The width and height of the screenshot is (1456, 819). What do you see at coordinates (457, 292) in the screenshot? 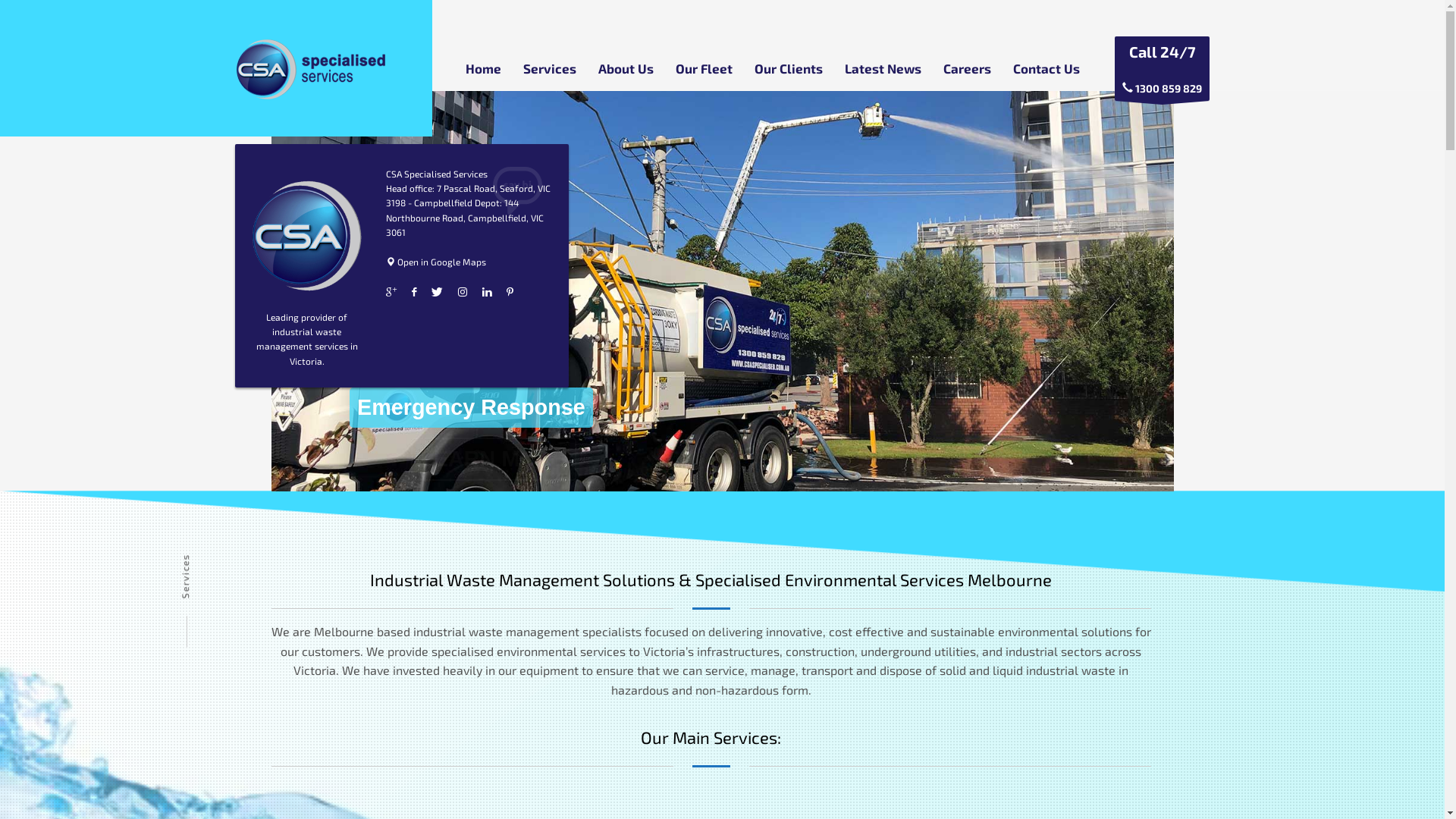
I see `'CSA Specialised Instagram'` at bounding box center [457, 292].